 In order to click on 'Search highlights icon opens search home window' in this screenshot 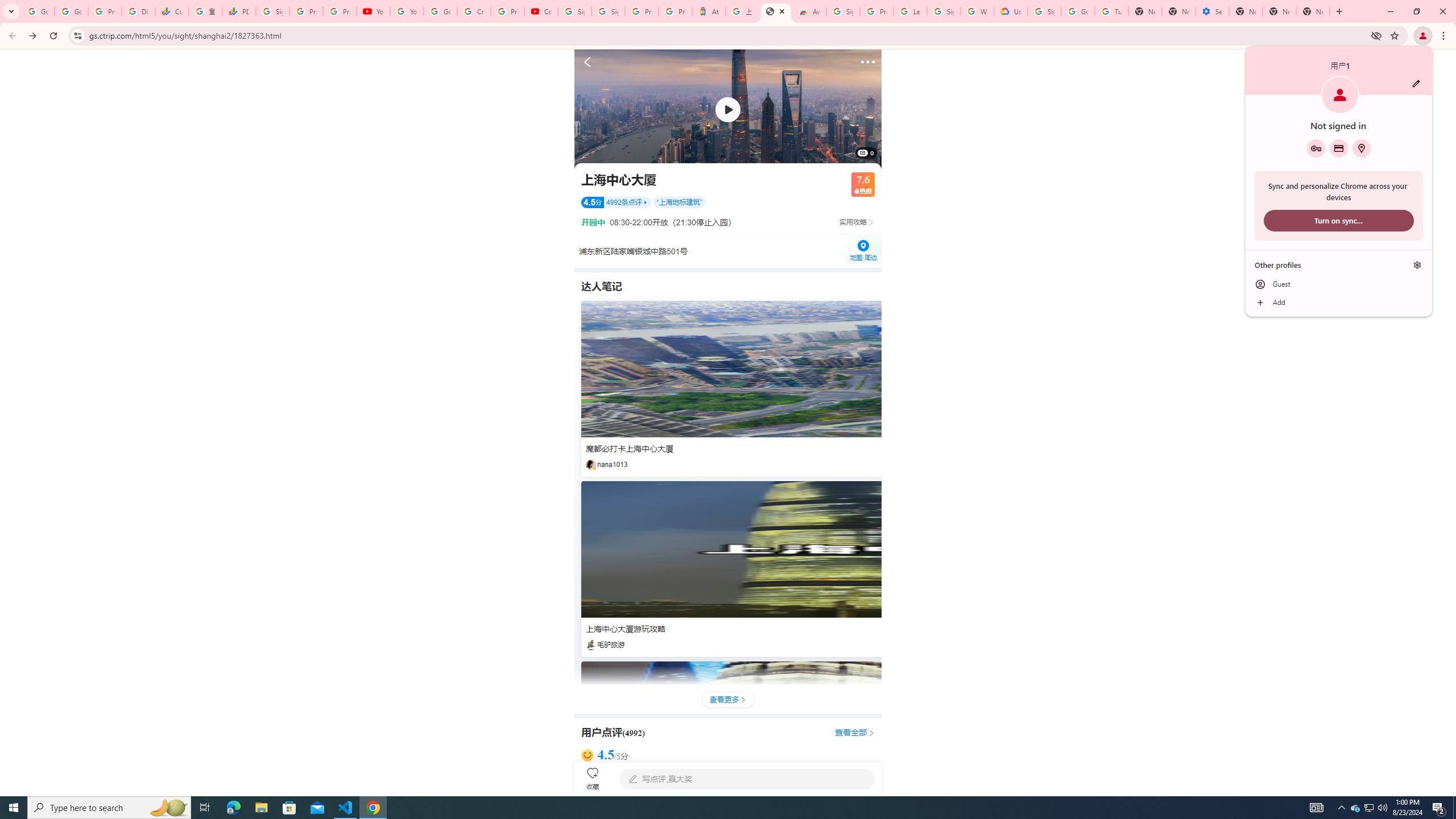, I will do `click(167, 806)`.